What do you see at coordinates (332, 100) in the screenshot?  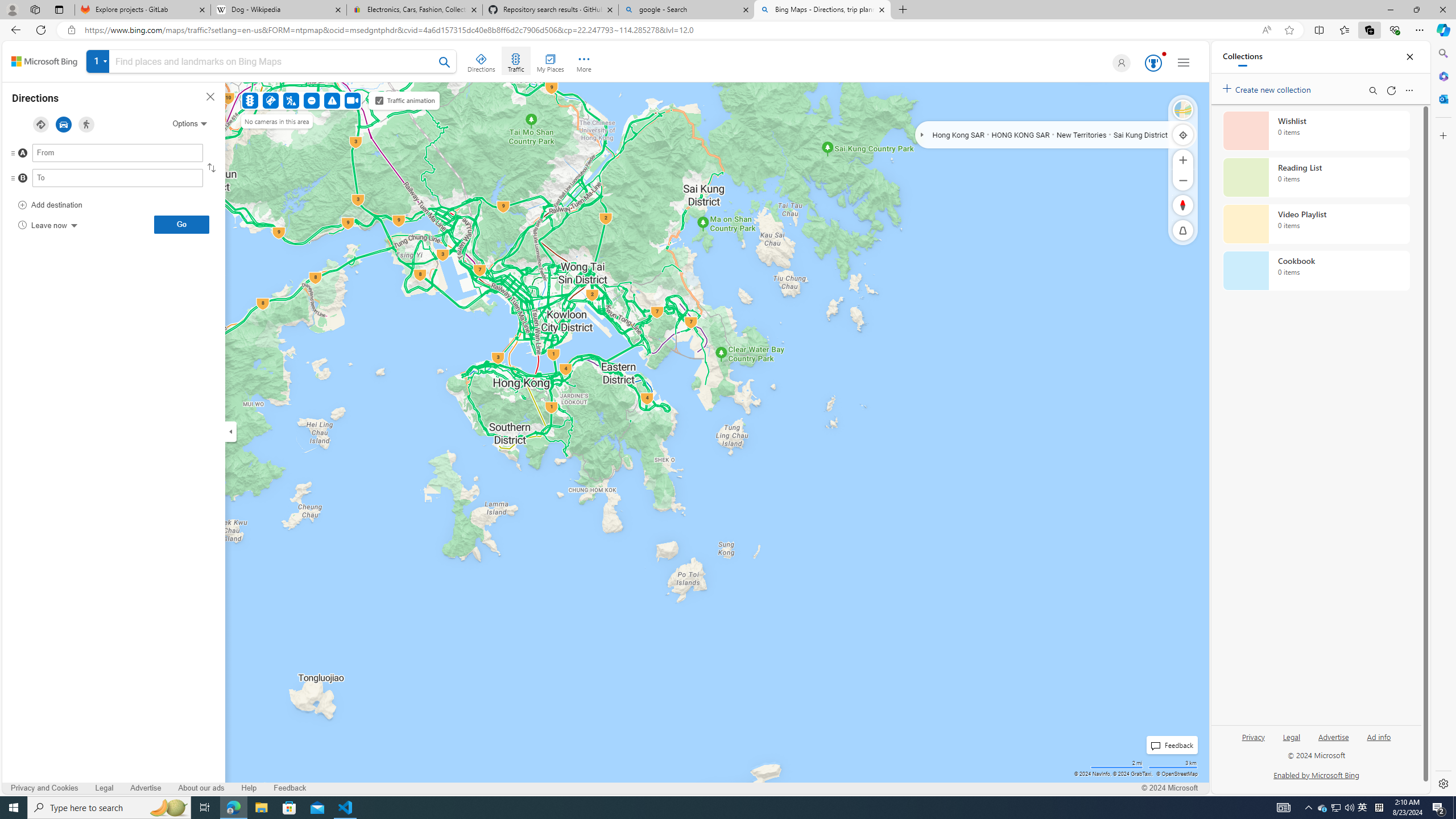 I see `'Miscellaneous incidents'` at bounding box center [332, 100].